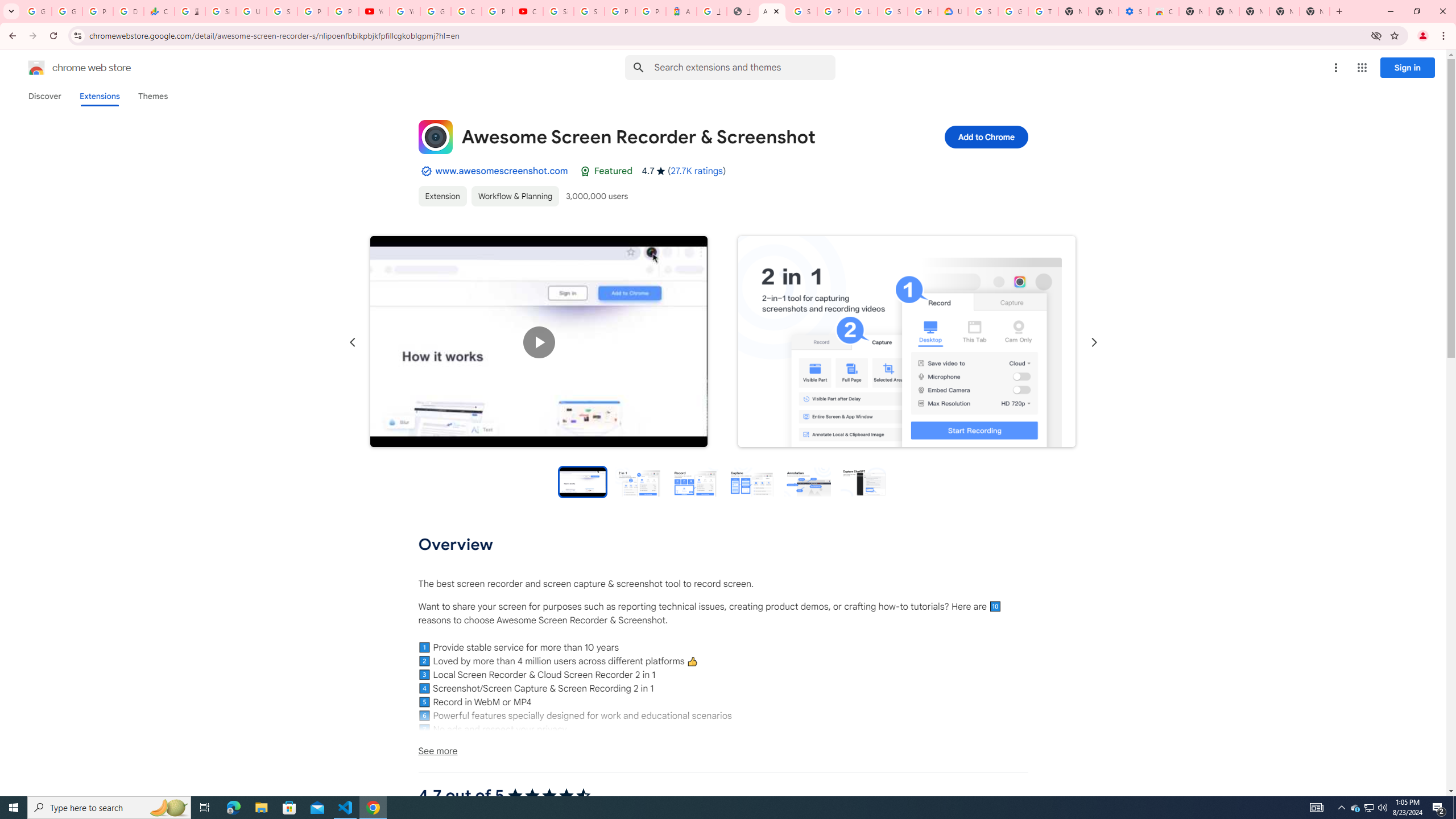  I want to click on 'Preview slide 3', so click(694, 481).